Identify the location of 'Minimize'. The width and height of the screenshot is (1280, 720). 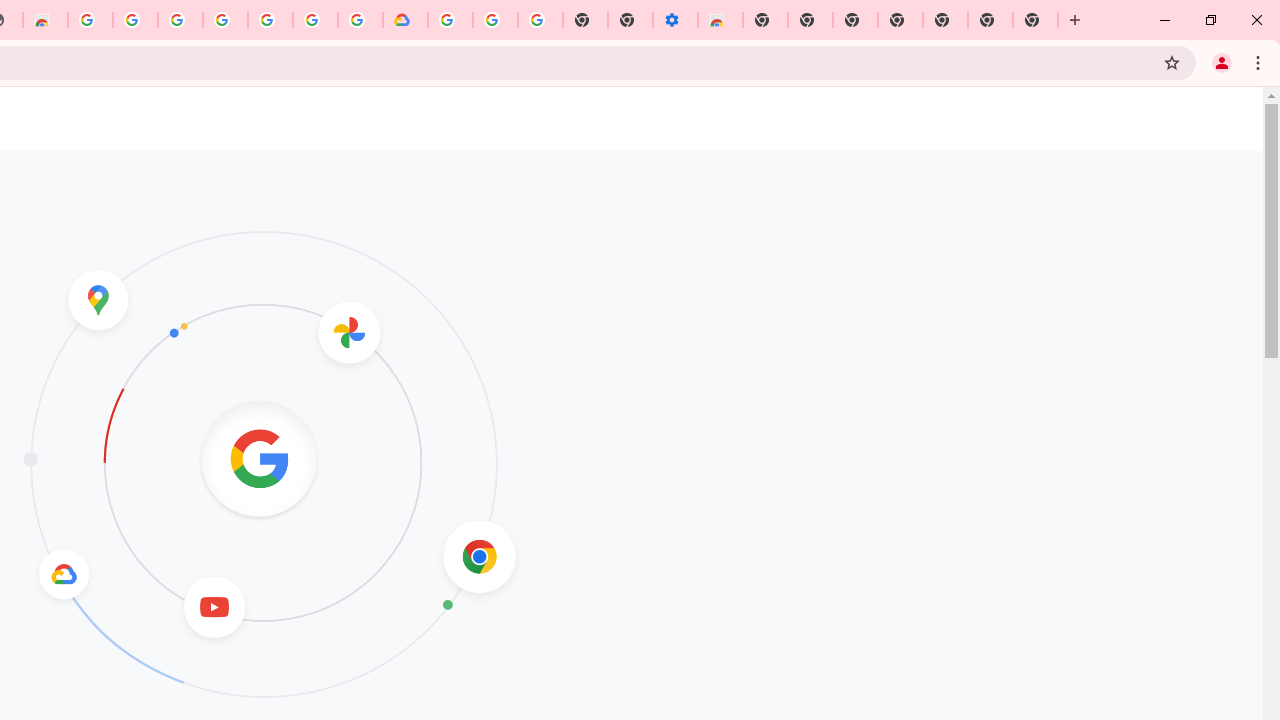
(1165, 20).